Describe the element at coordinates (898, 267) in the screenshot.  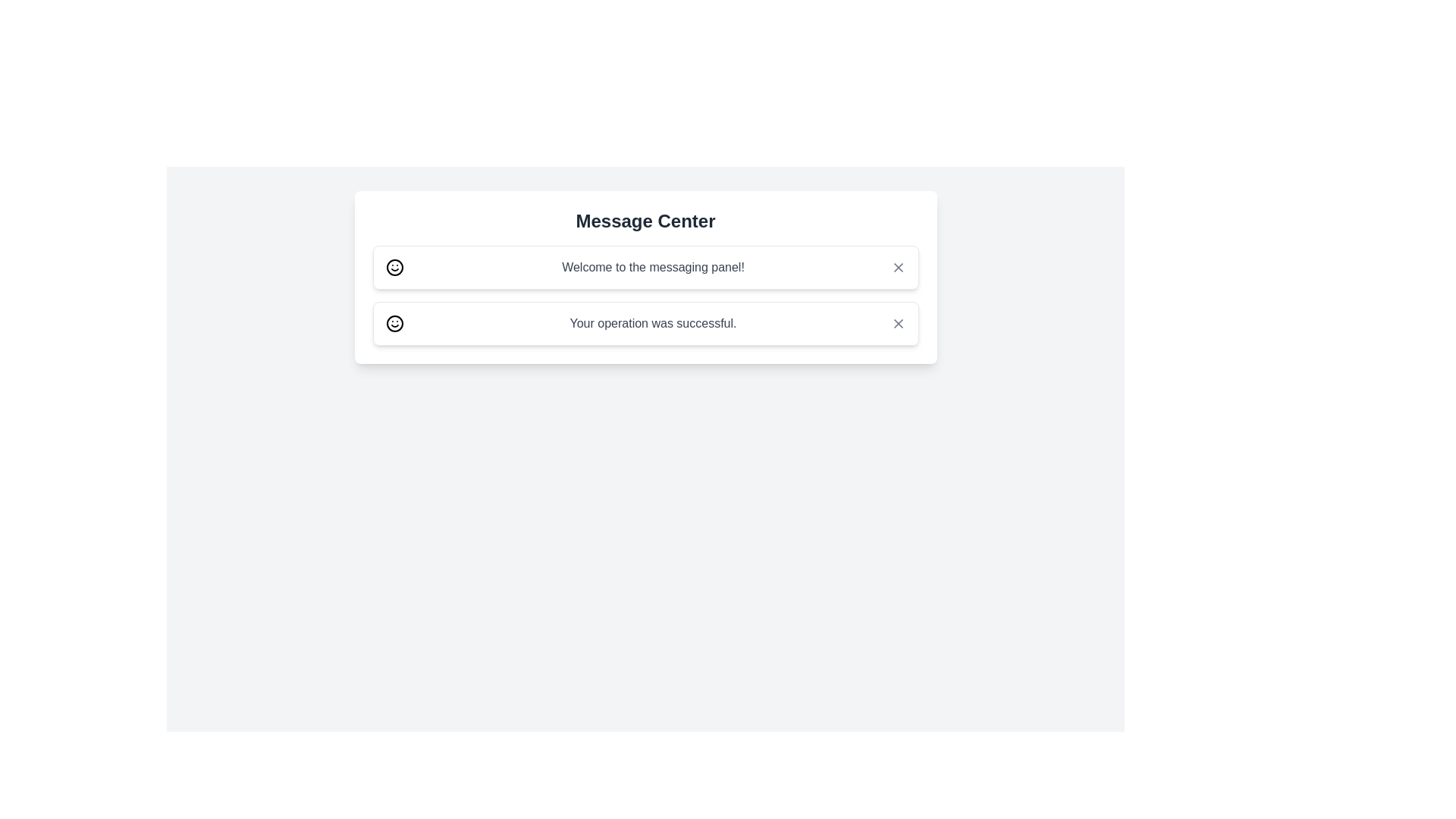
I see `the small 'X' icon button located in the top right corner of the message box that says 'Welcome to the messaging panel!'` at that location.